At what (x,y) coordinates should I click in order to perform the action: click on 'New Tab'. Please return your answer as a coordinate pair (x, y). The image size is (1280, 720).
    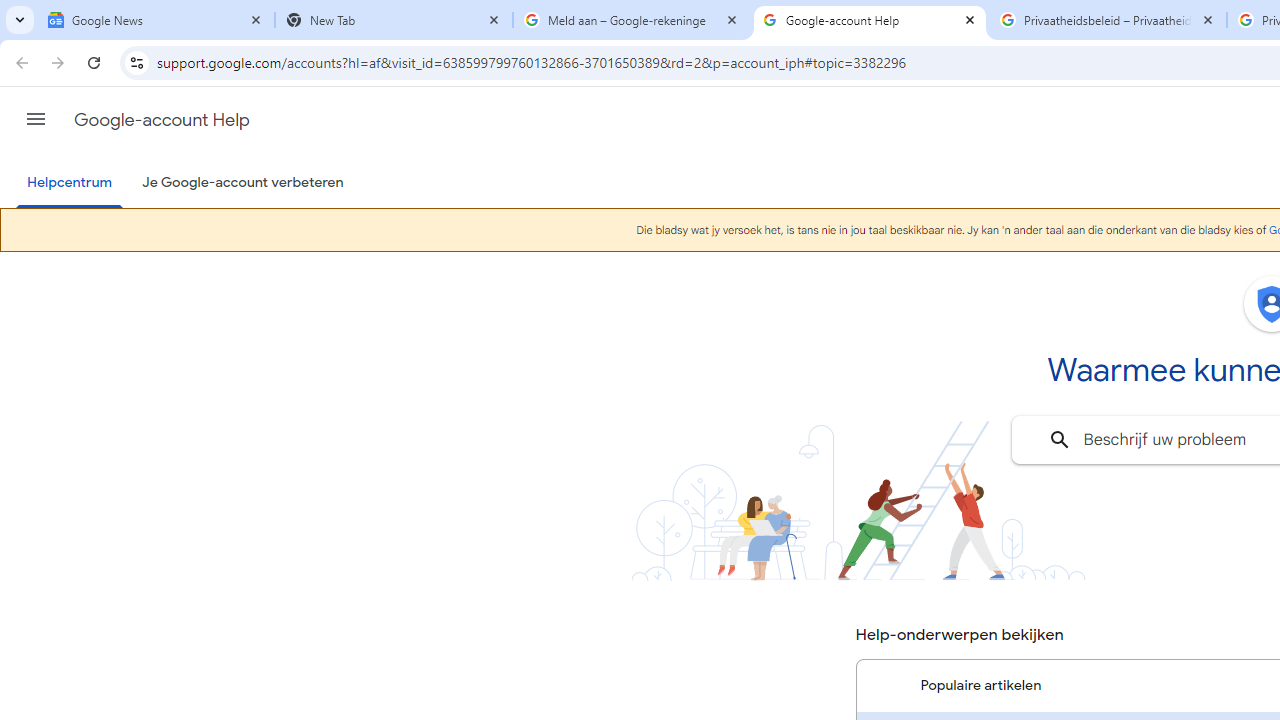
    Looking at the image, I should click on (394, 20).